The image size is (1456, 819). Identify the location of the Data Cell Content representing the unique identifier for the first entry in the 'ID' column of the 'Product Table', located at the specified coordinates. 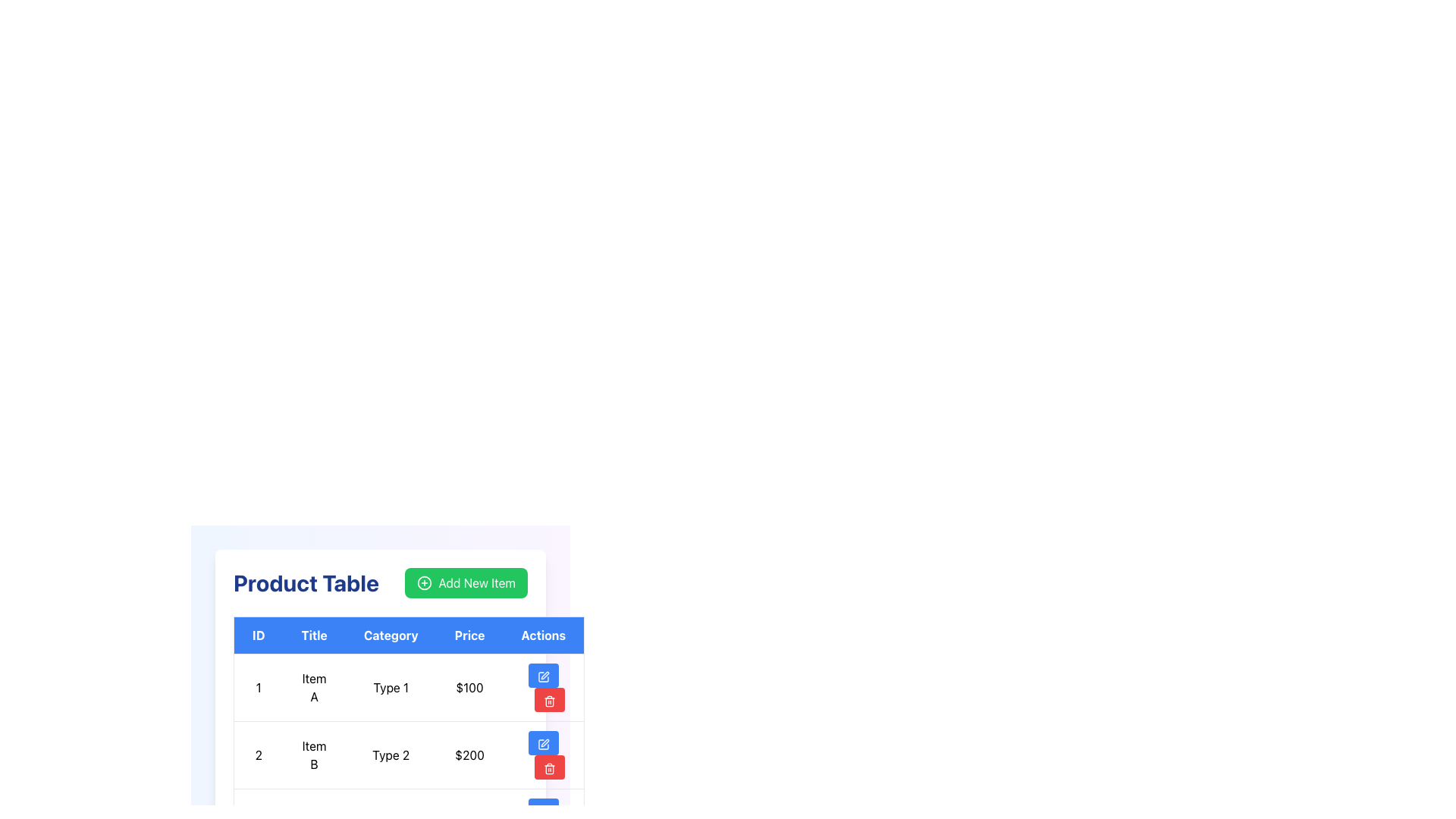
(258, 687).